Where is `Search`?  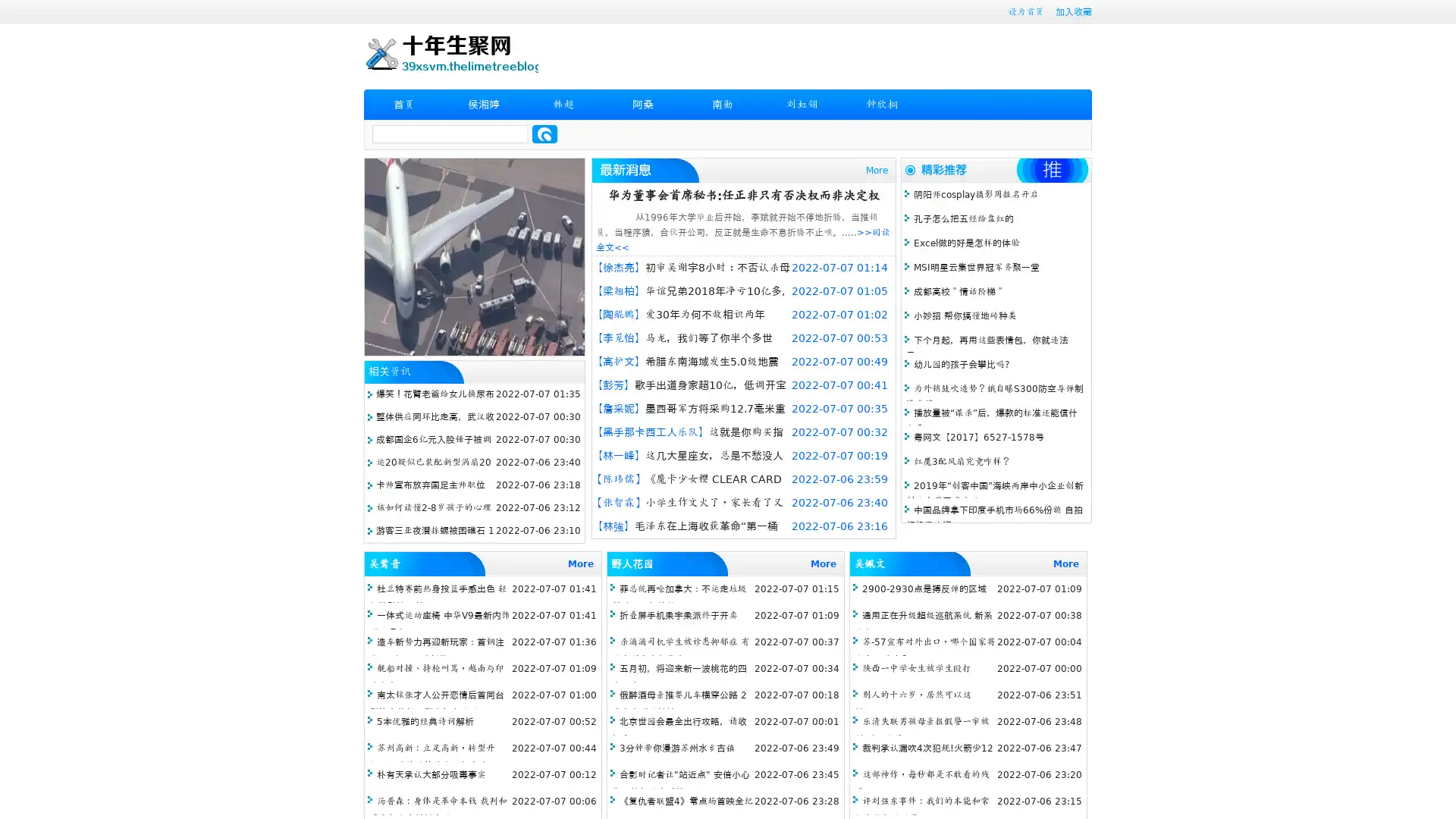 Search is located at coordinates (544, 133).